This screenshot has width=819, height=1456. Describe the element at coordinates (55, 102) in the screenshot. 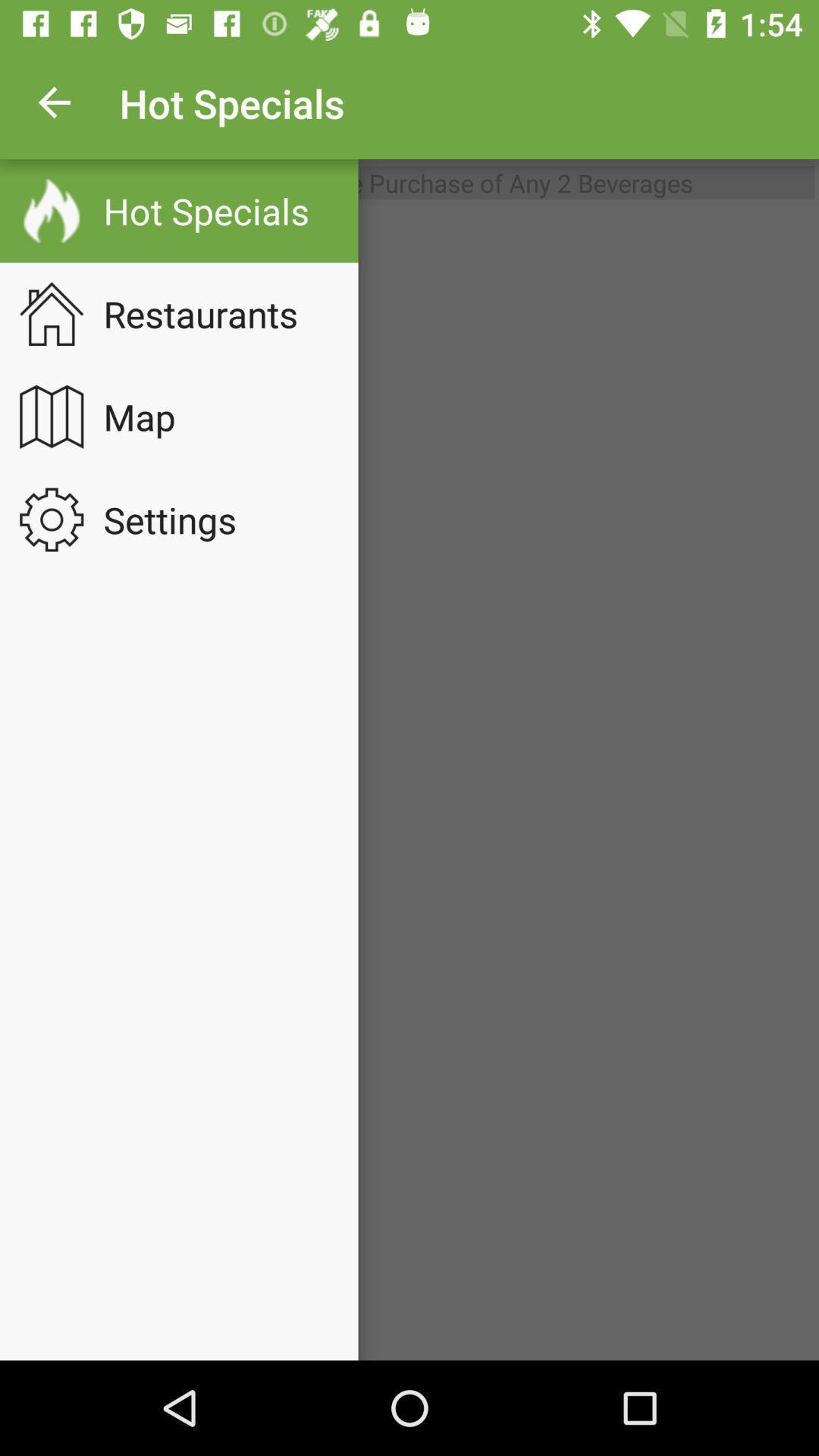

I see `app to the left of hot specials app` at that location.